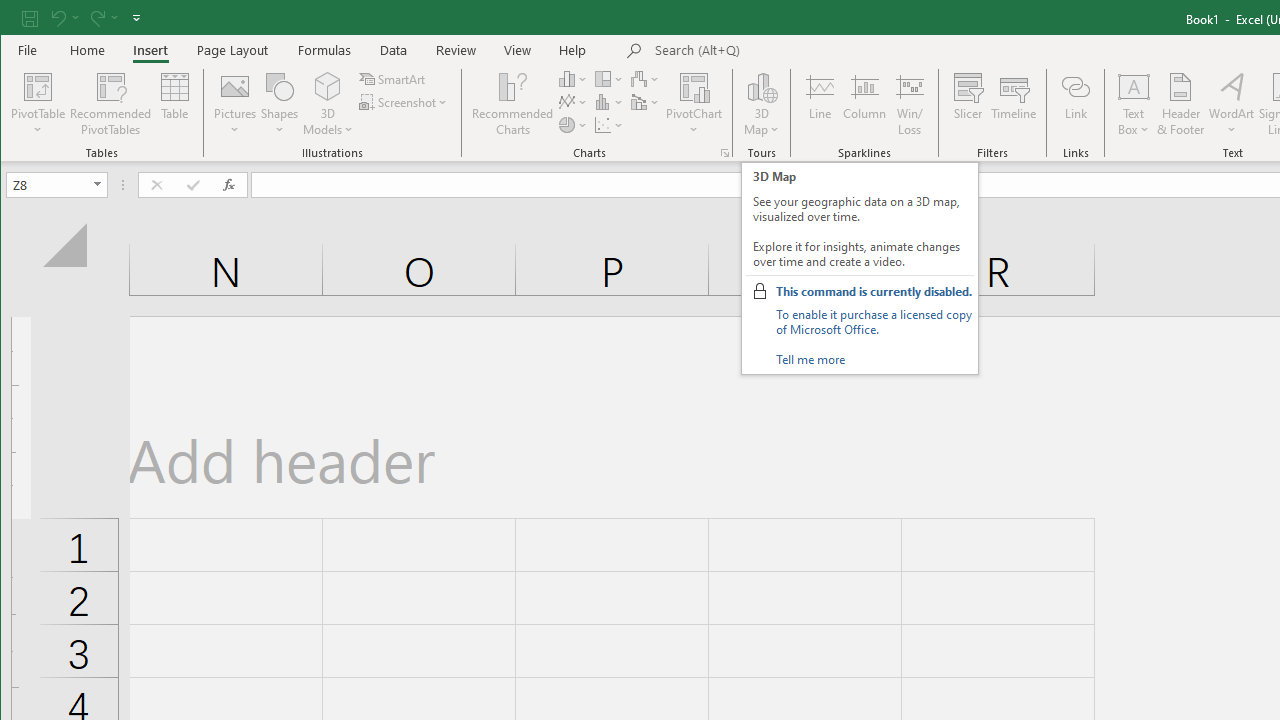  Describe the element at coordinates (793, 50) in the screenshot. I see `'Microsoft search'` at that location.